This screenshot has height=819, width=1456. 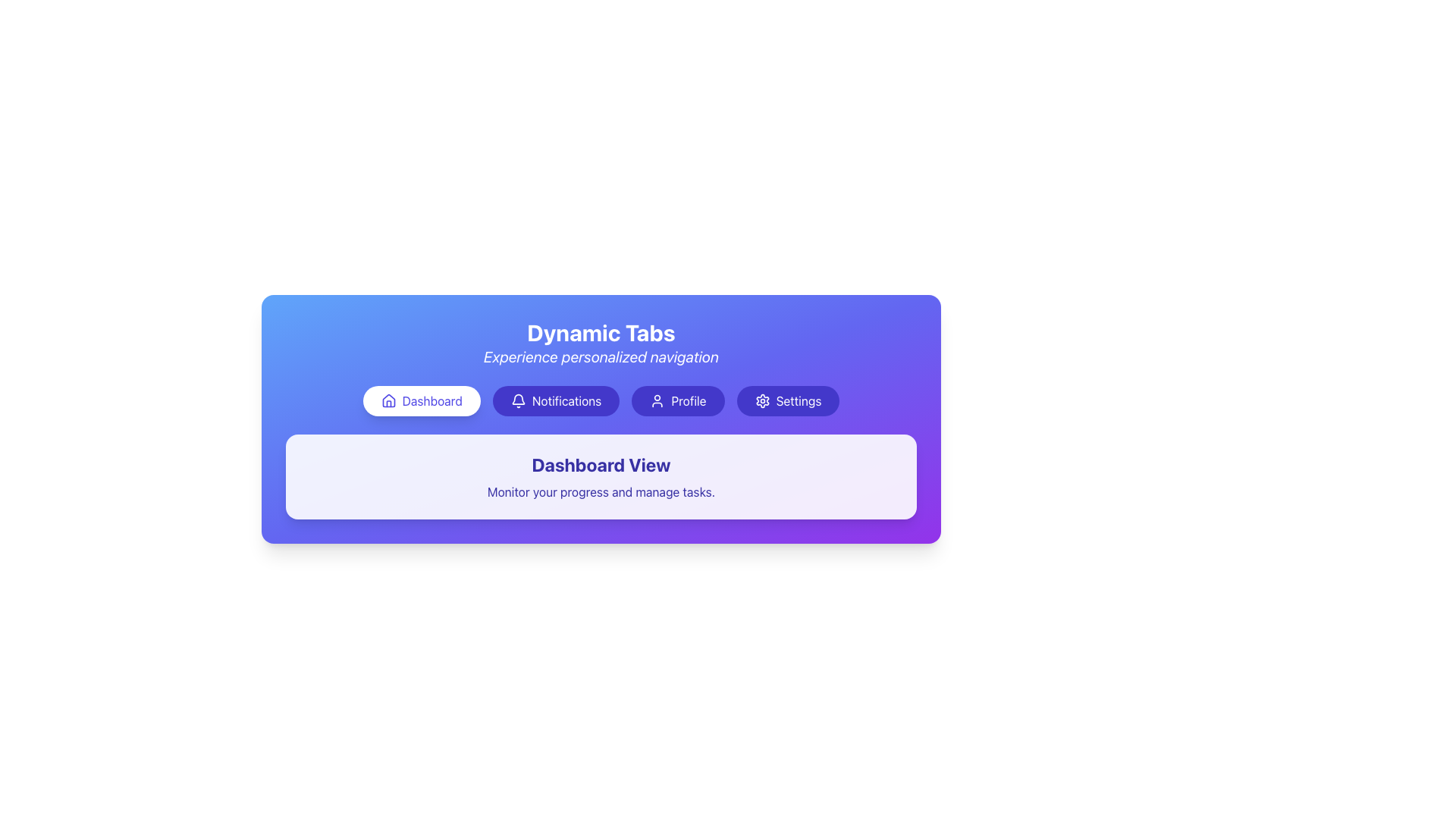 I want to click on the Text Block with Header and Description that provides informative content for the dashboard view section, helping users navigate the interface effectively, so click(x=600, y=475).